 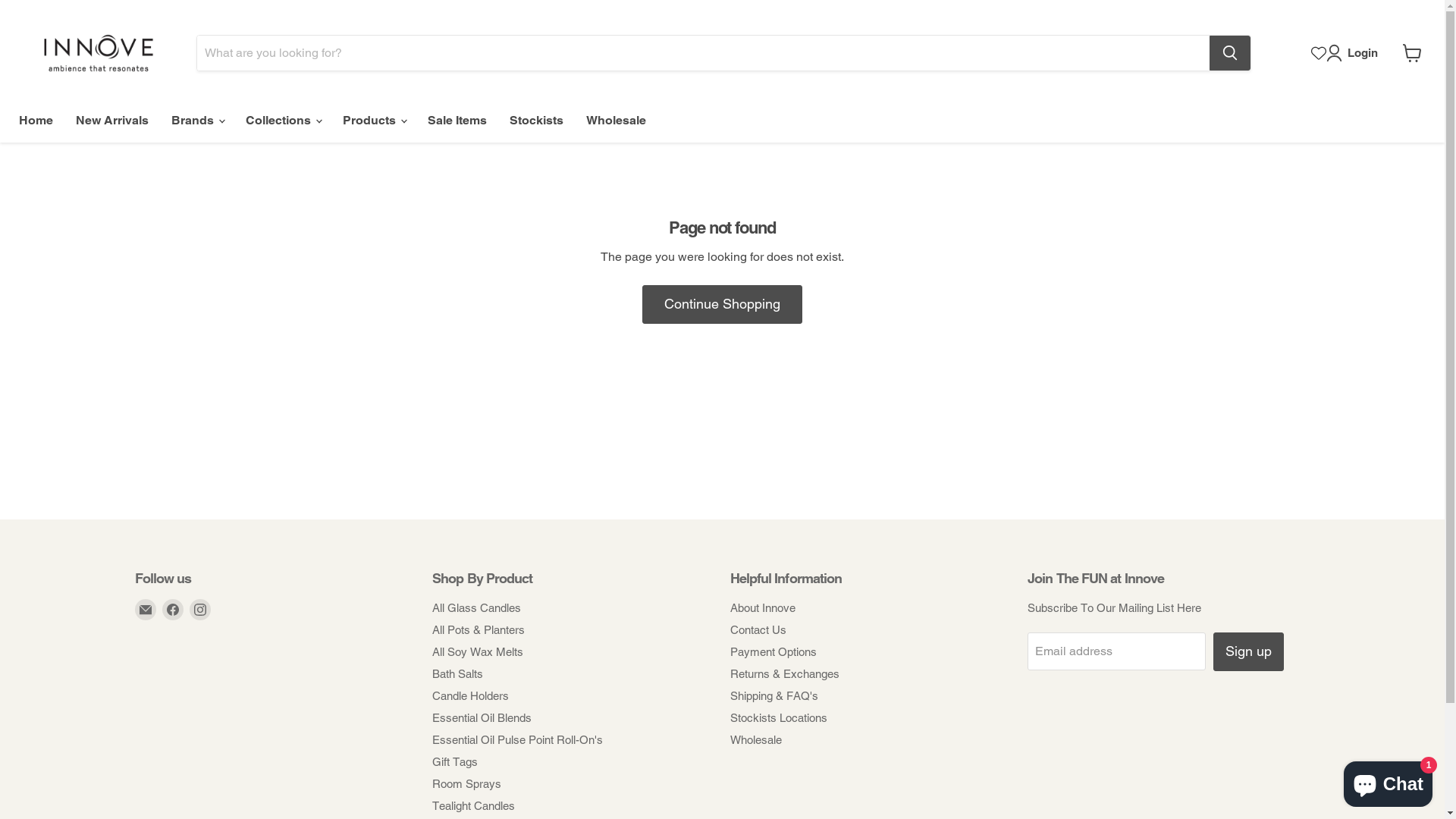 I want to click on 'Shipping & FAQ's', so click(x=773, y=695).